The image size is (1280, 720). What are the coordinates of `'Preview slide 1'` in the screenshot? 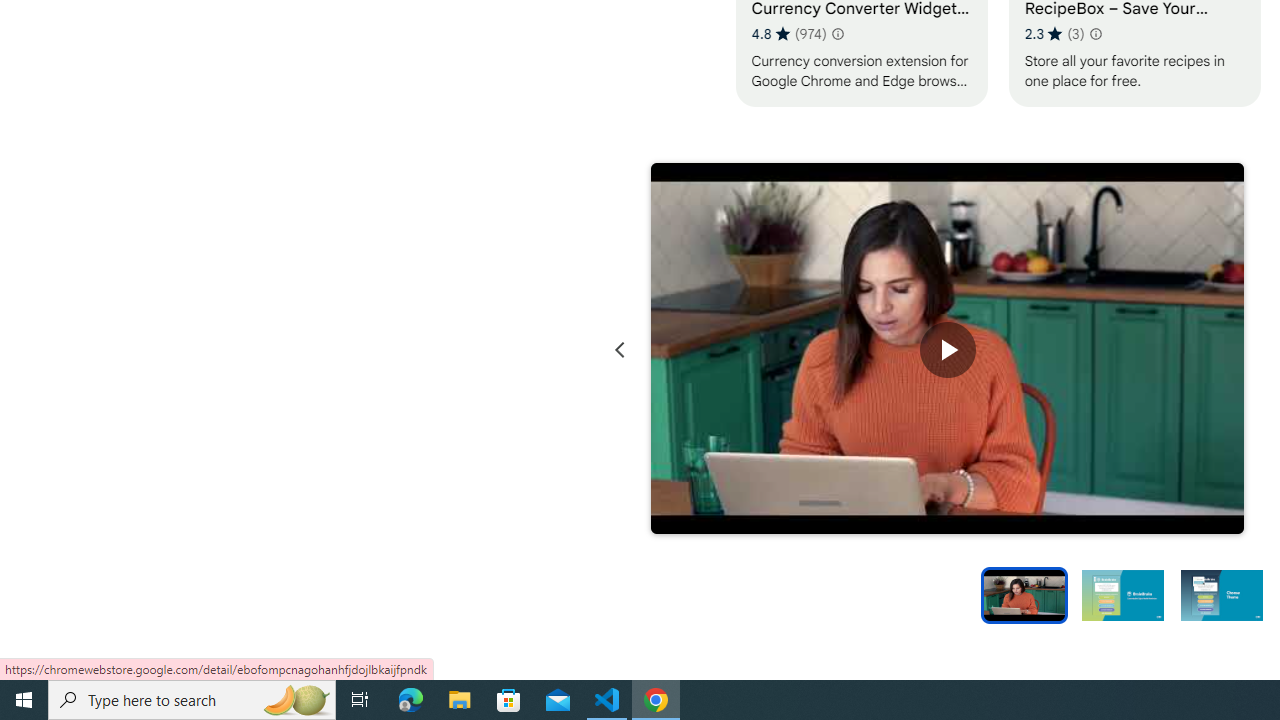 It's located at (1024, 593).